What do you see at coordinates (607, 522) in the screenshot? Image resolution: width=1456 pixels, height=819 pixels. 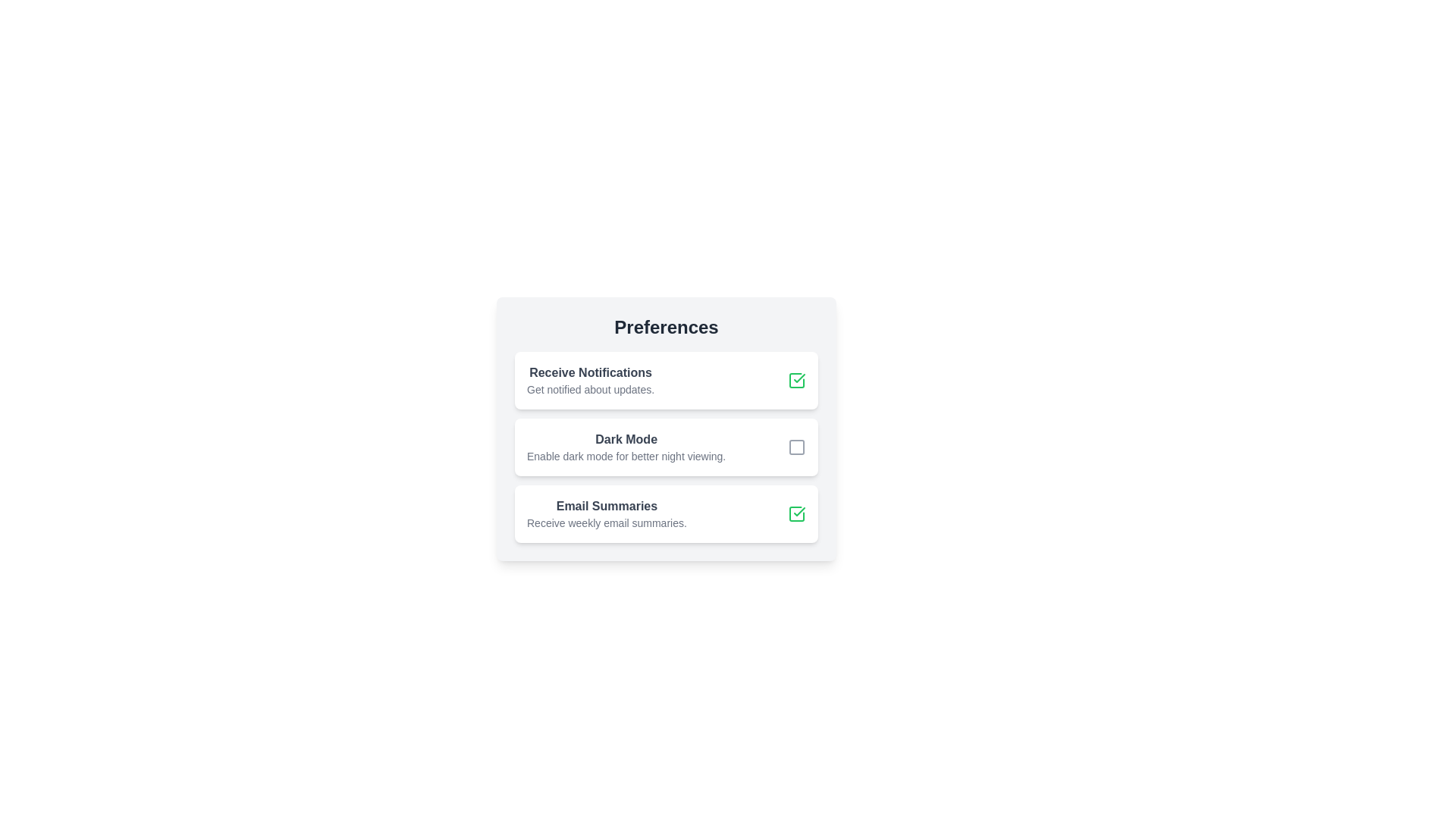 I see `descriptive text element that states 'Receive weekly email summaries.' located below the heading 'Email Summaries'` at bounding box center [607, 522].